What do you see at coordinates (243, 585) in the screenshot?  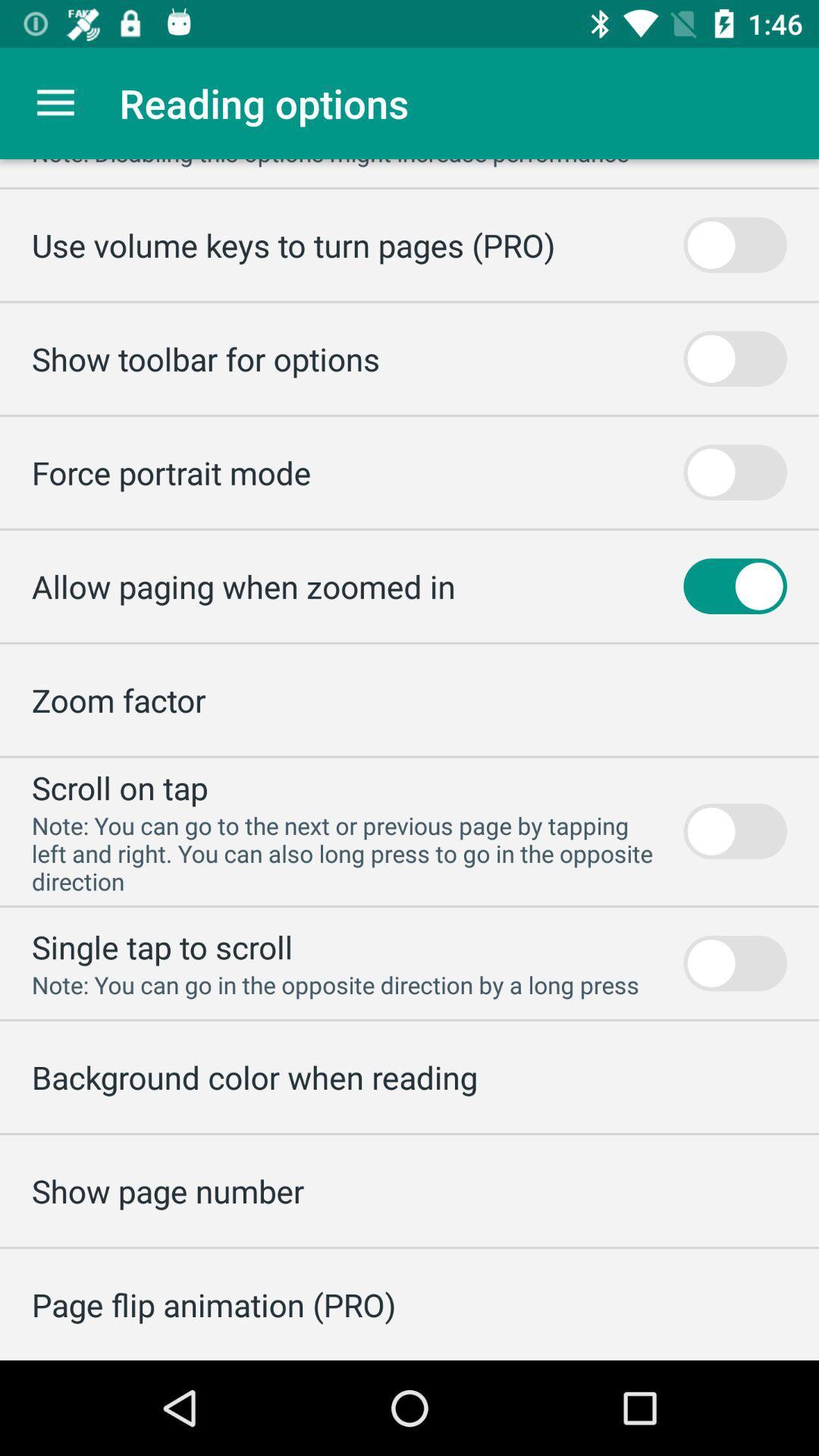 I see `allow paging when` at bounding box center [243, 585].